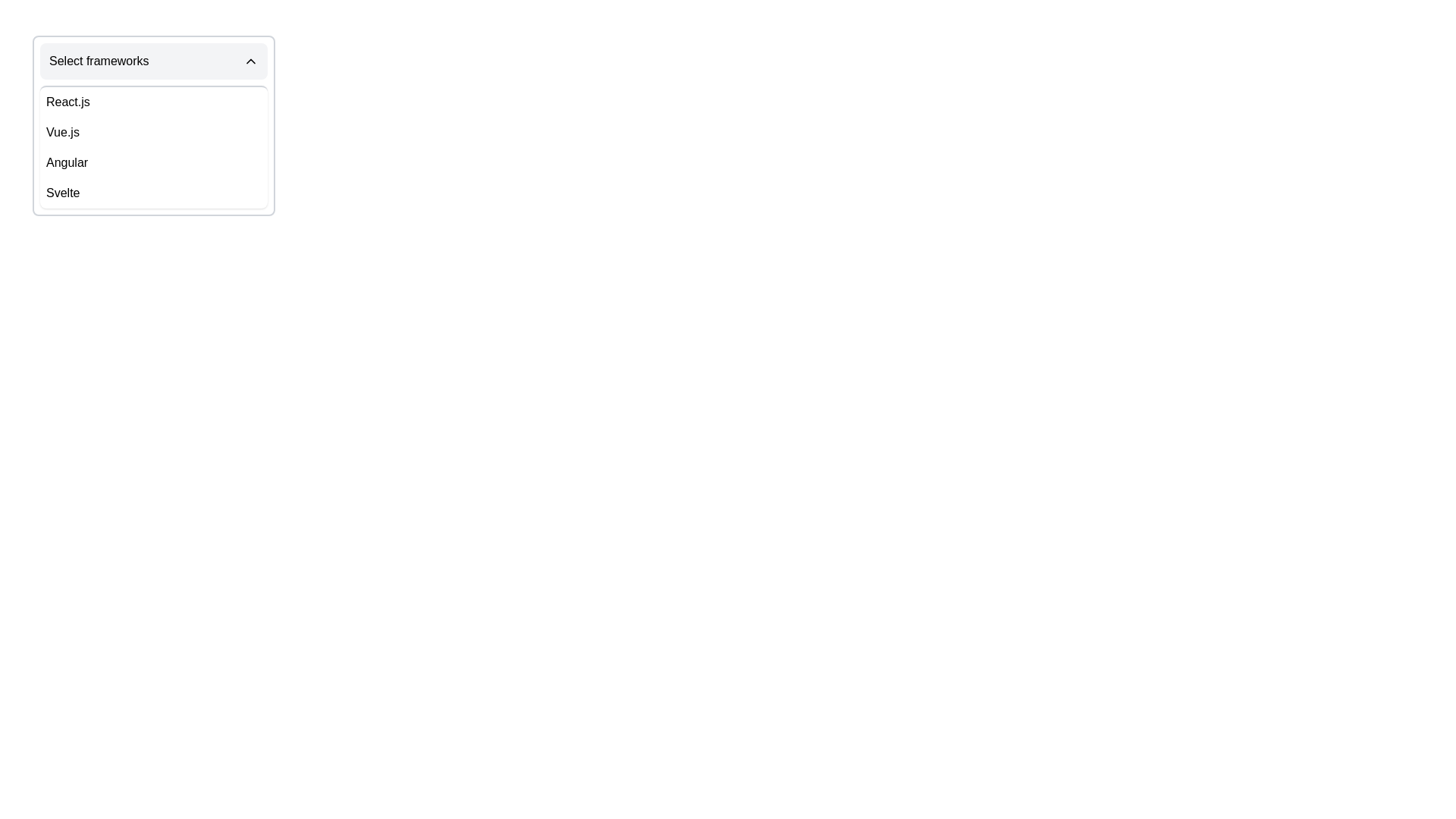 The width and height of the screenshot is (1456, 819). What do you see at coordinates (67, 102) in the screenshot?
I see `the 'React.js' text label in the dropdown menu under 'Select frameworks'` at bounding box center [67, 102].